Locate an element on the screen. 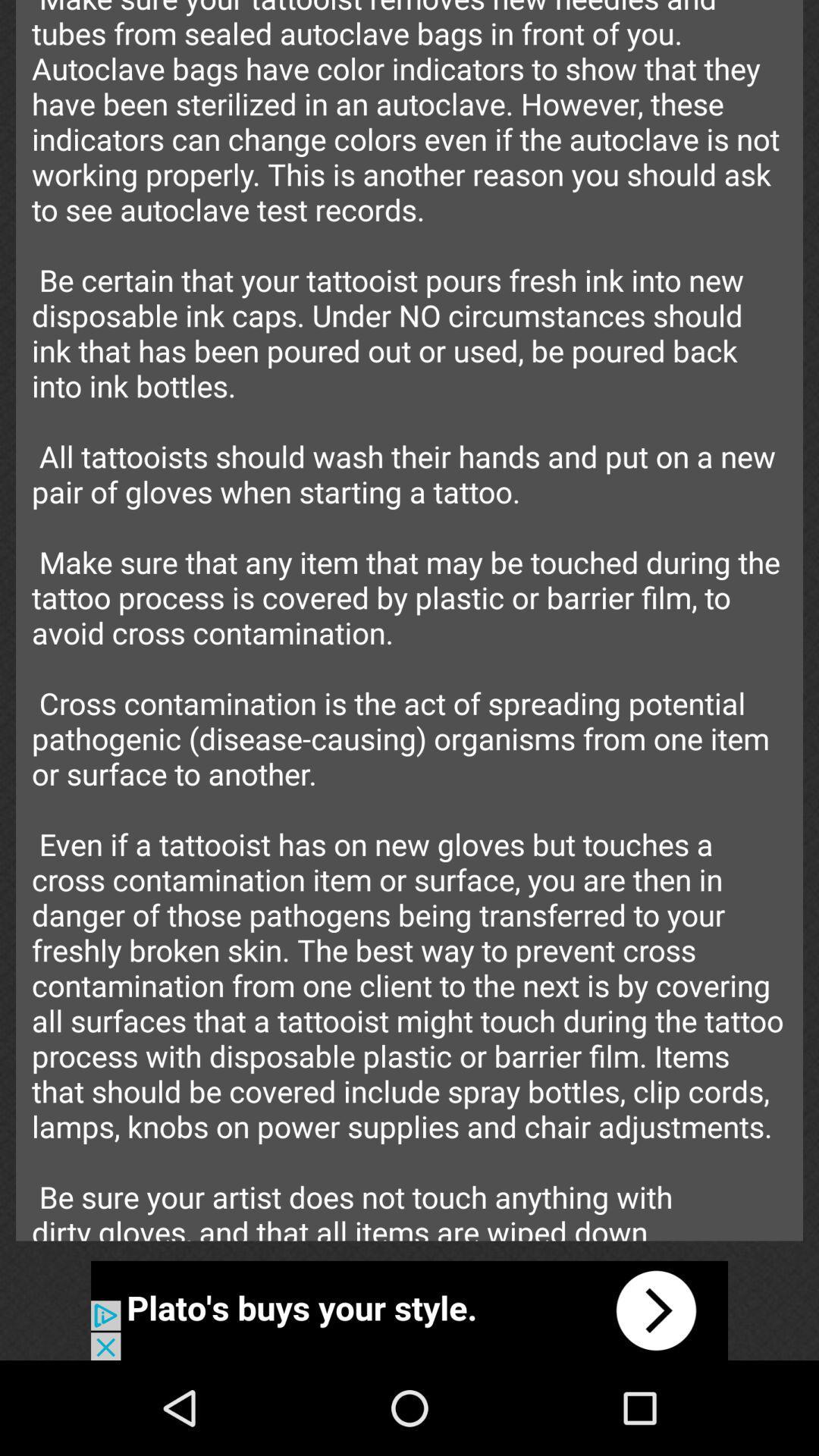  open advertisement is located at coordinates (409, 1310).